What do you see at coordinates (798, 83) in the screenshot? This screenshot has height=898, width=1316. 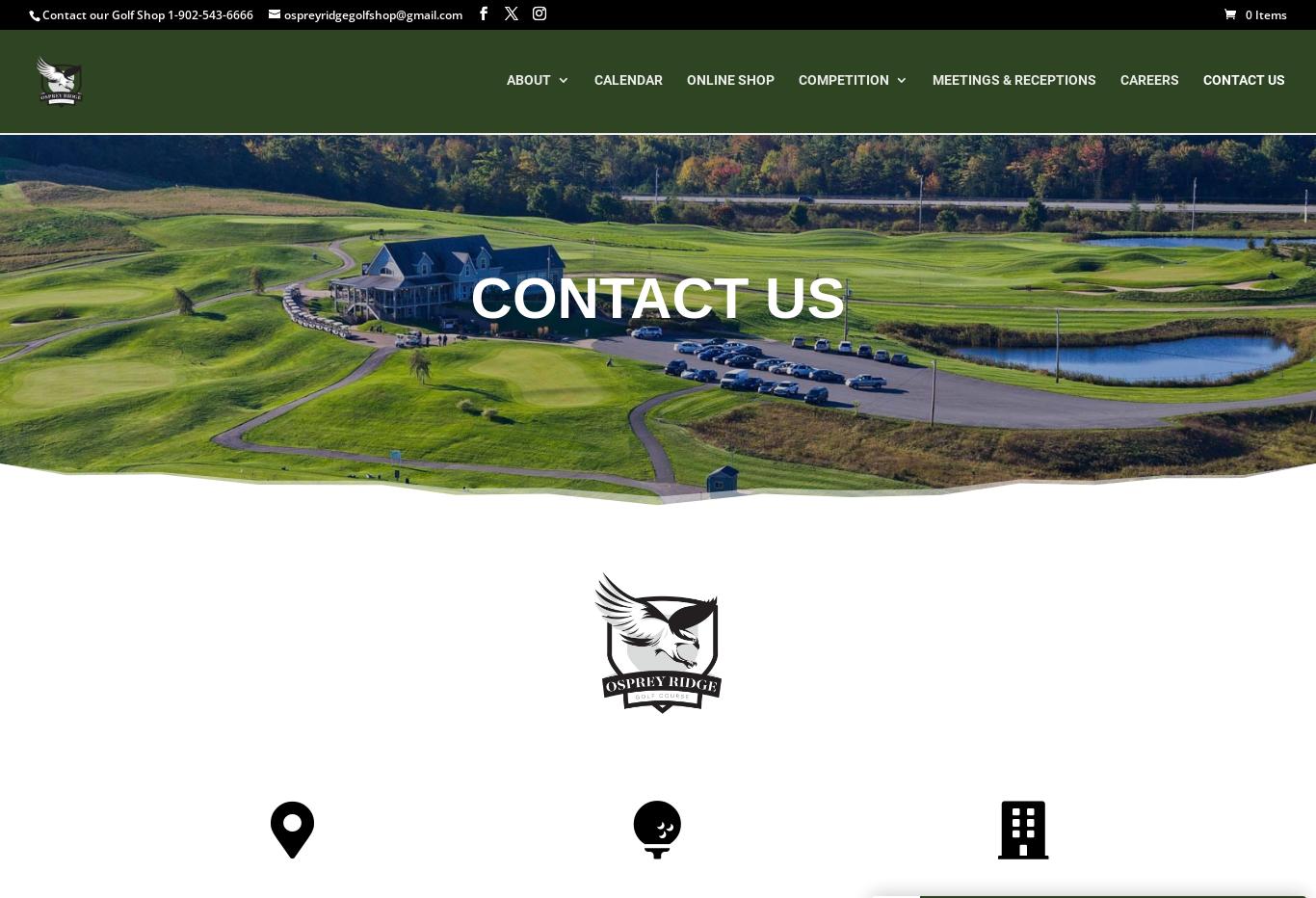 I see `'Competition'` at bounding box center [798, 83].